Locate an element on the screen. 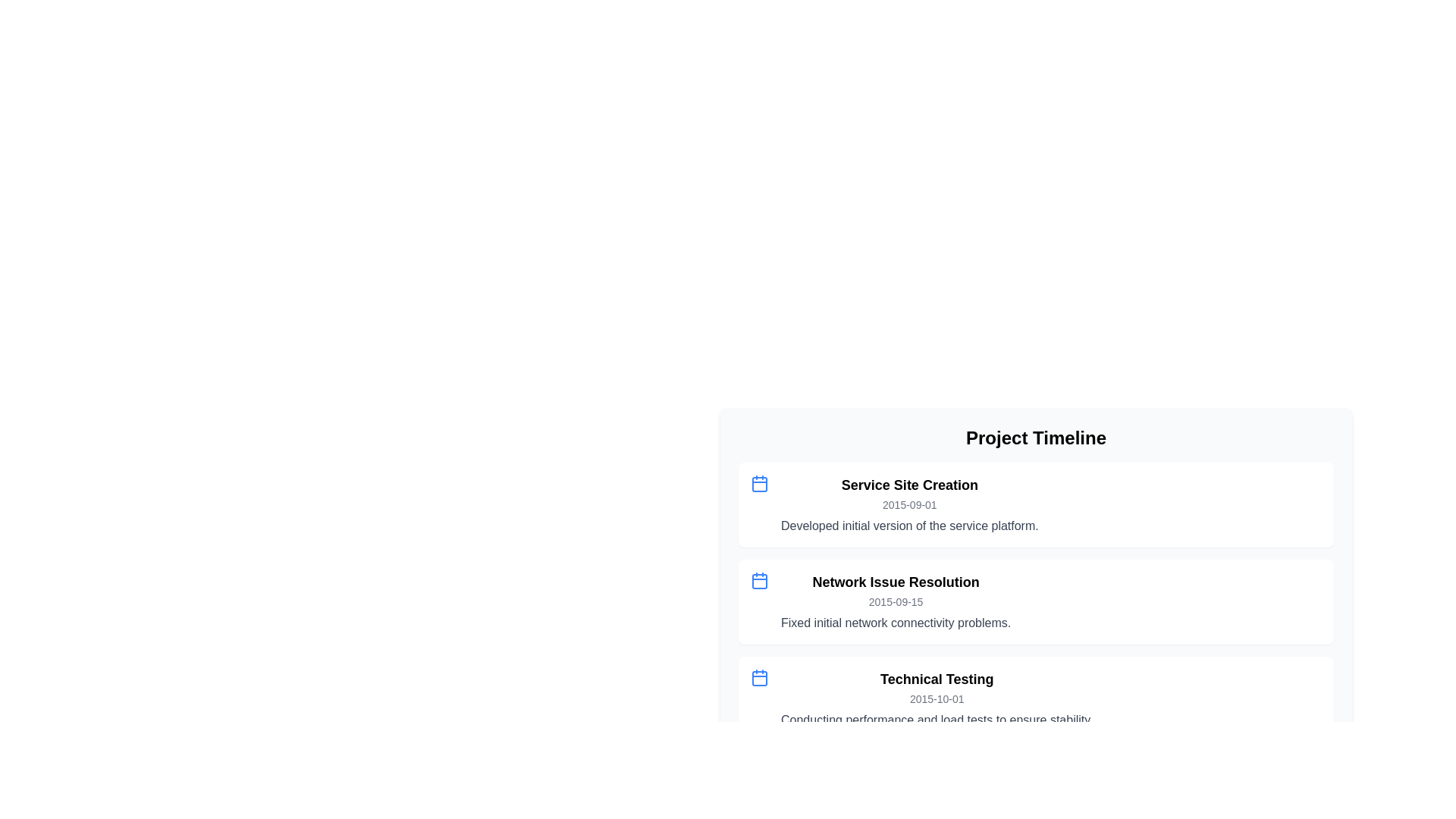 This screenshot has width=1456, height=819. the second informational card in the 'Project Timeline' section, which summarizes a project milestone or issue description is located at coordinates (1035, 601).